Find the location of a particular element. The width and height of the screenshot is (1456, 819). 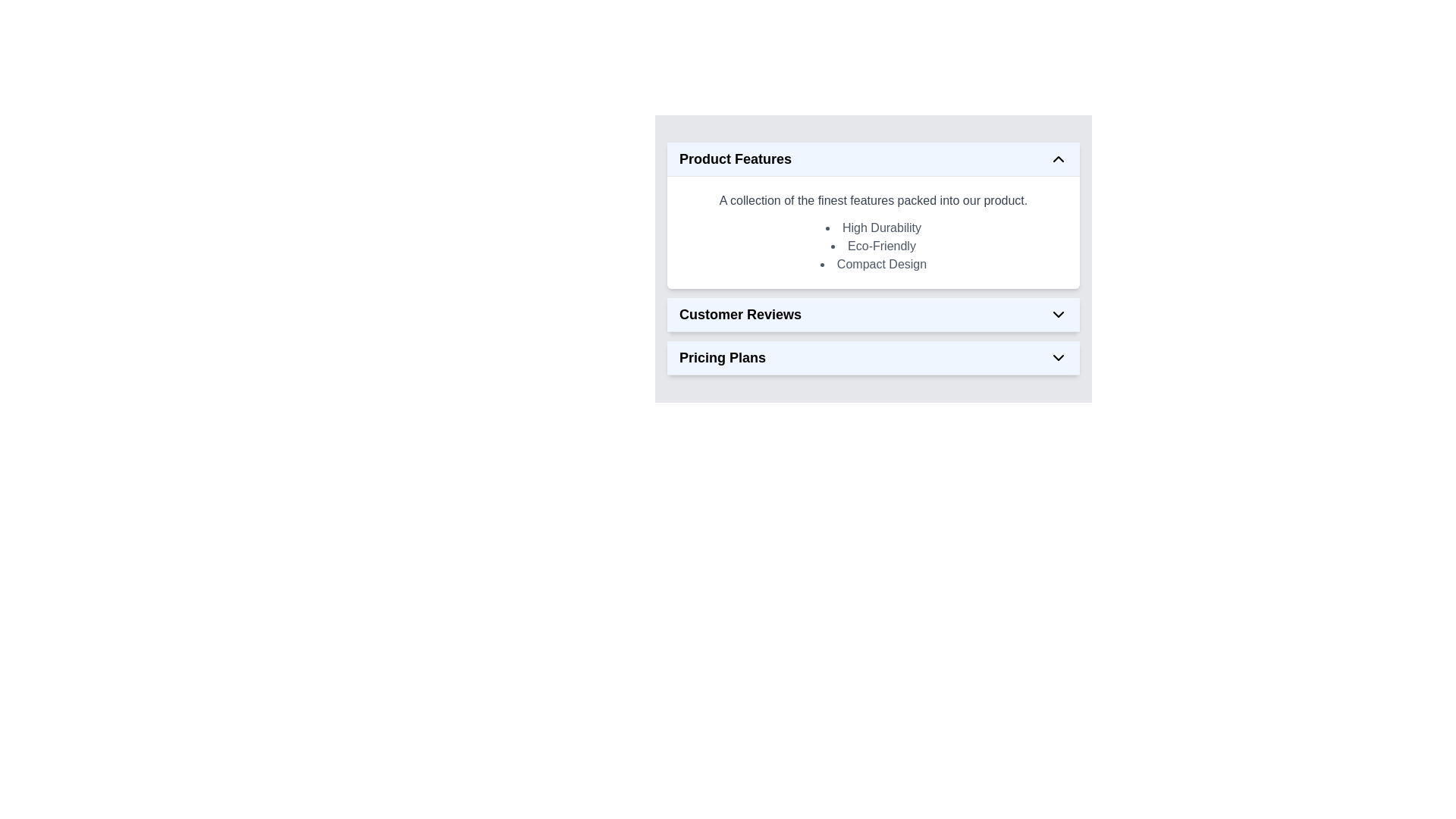

the descriptive content block that provides an overview of the product's features, located in the 'Product Features' section, below the header is located at coordinates (874, 233).